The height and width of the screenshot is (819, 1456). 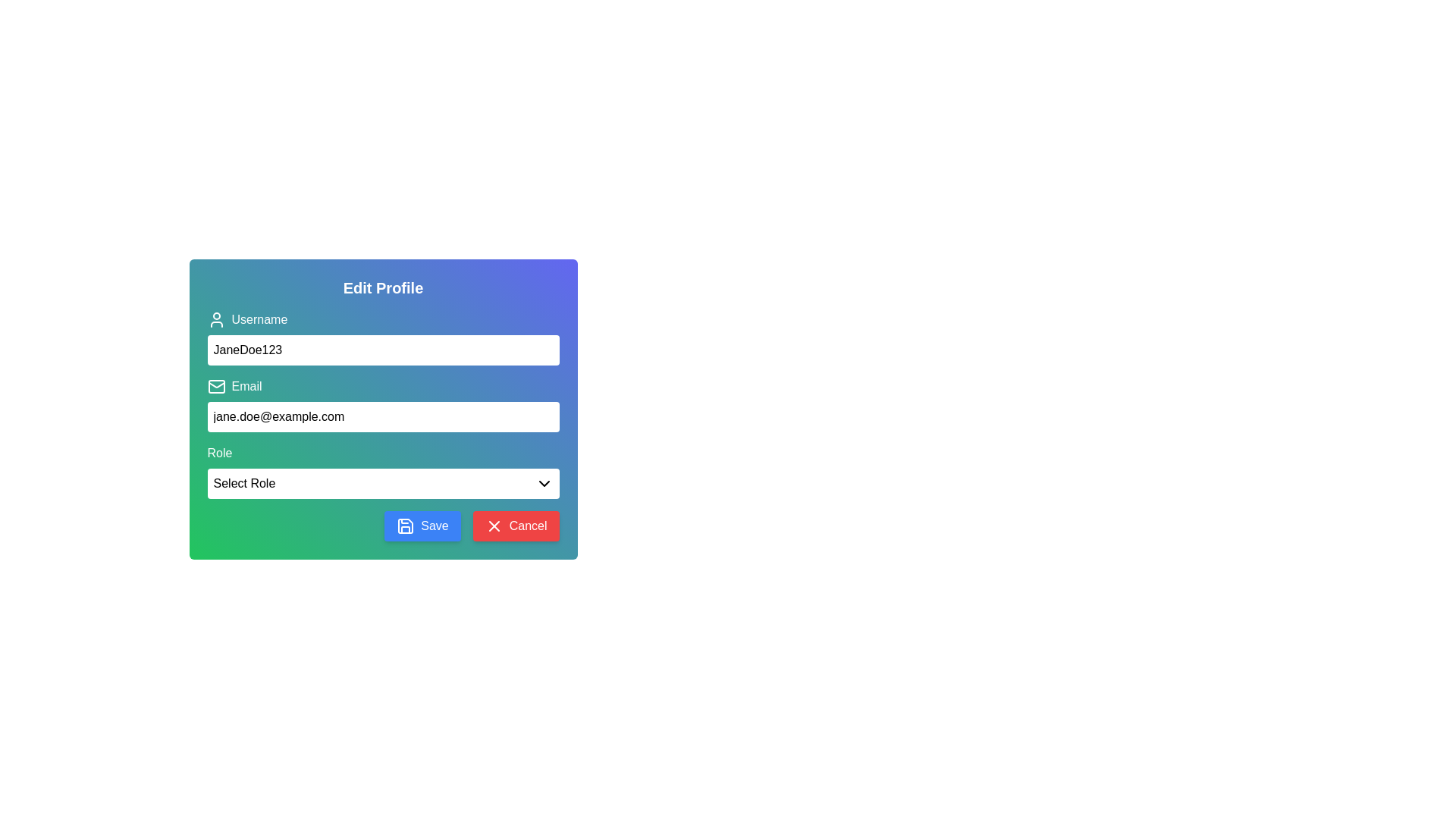 I want to click on the user profile editing form which has a gradient background from green to blue, white text, and rounded corners, so click(x=383, y=409).